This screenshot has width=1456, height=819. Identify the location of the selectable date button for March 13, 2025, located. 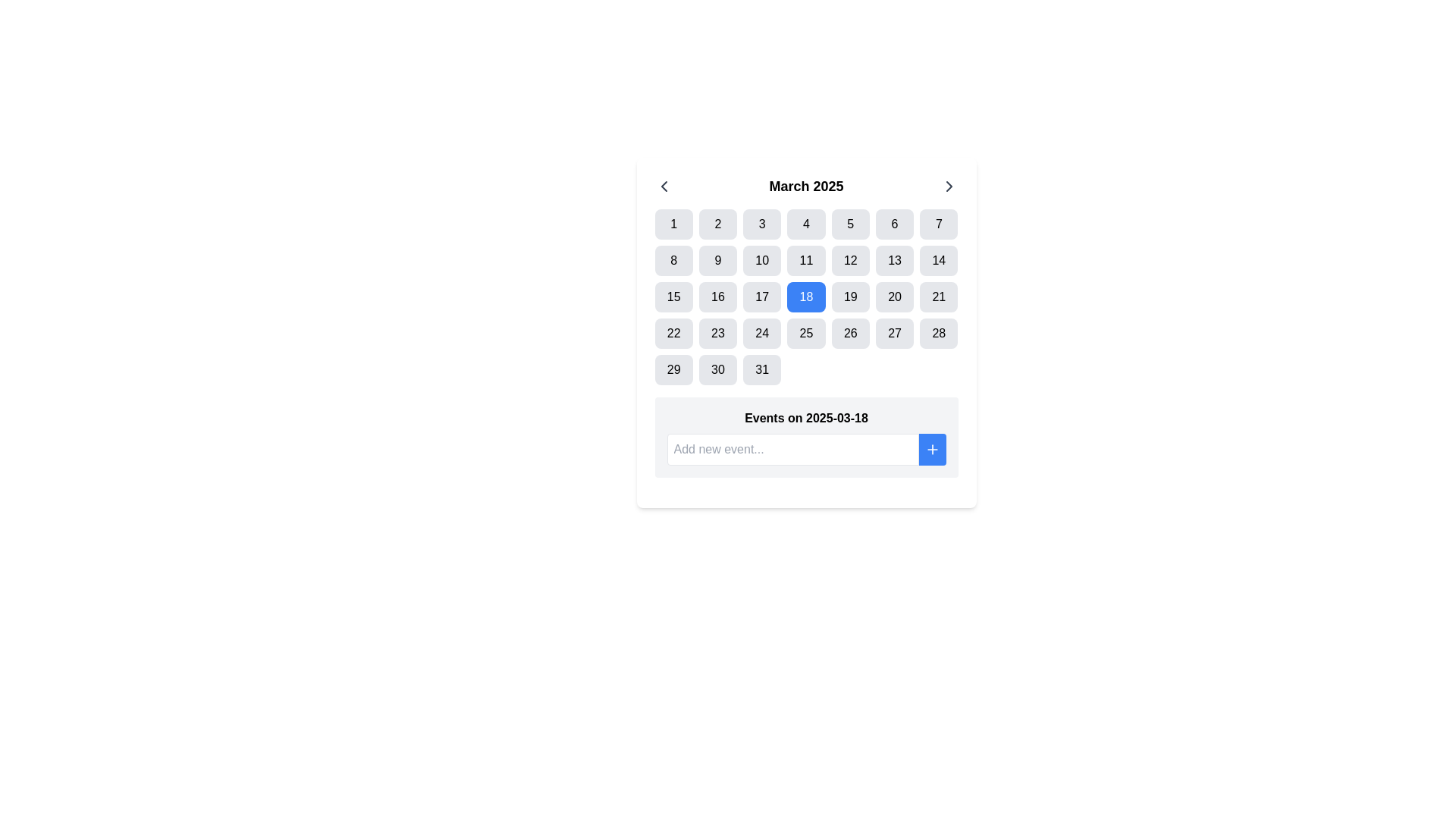
(895, 259).